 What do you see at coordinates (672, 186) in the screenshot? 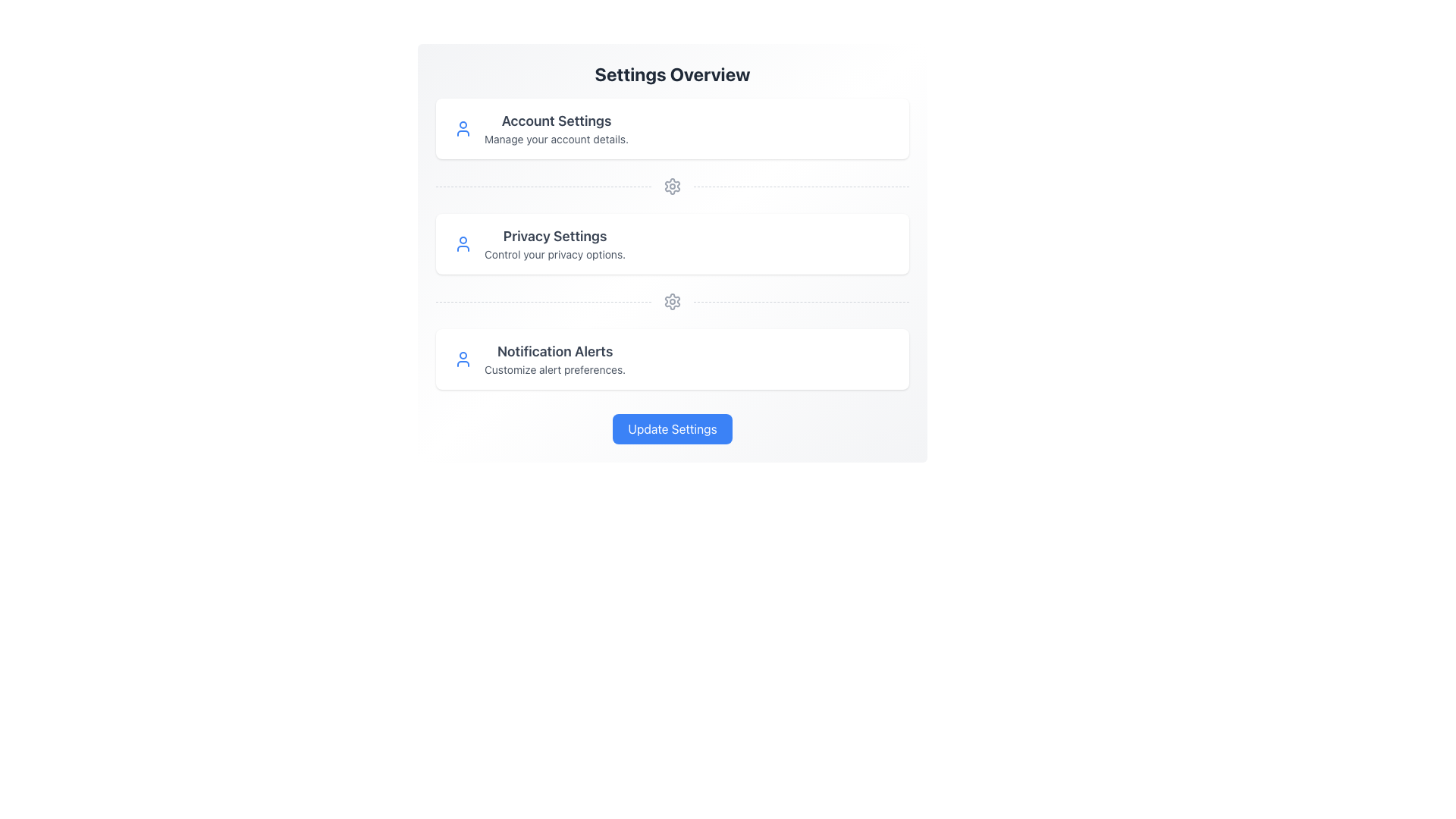
I see `the gear-shaped settings icon, which is light gray and located in the center of a horizontal dashed line divider between the 'Privacy Settings' and 'Notification Alerts' sections` at bounding box center [672, 186].